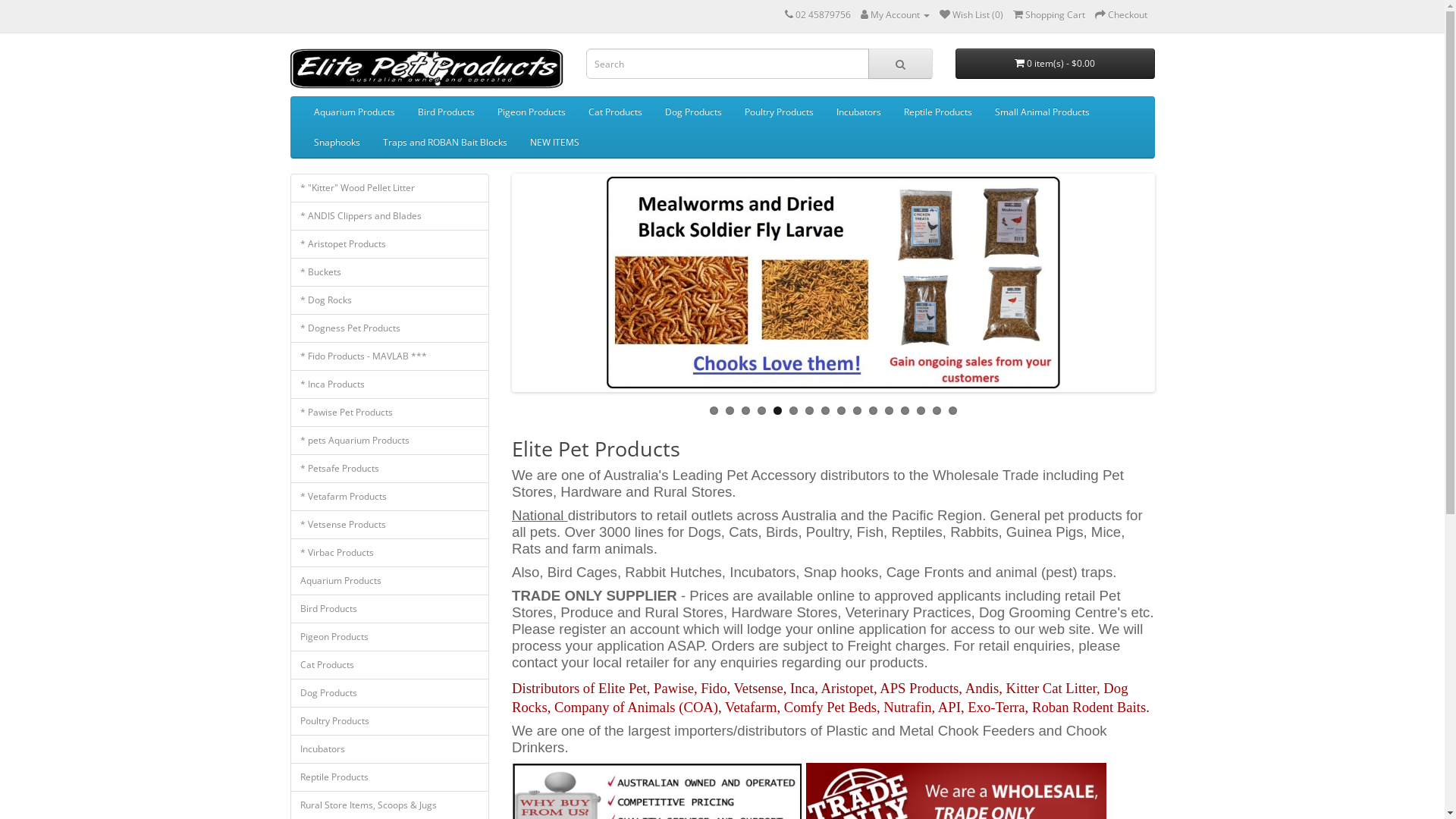  I want to click on '* Aristopet Products', so click(290, 242).